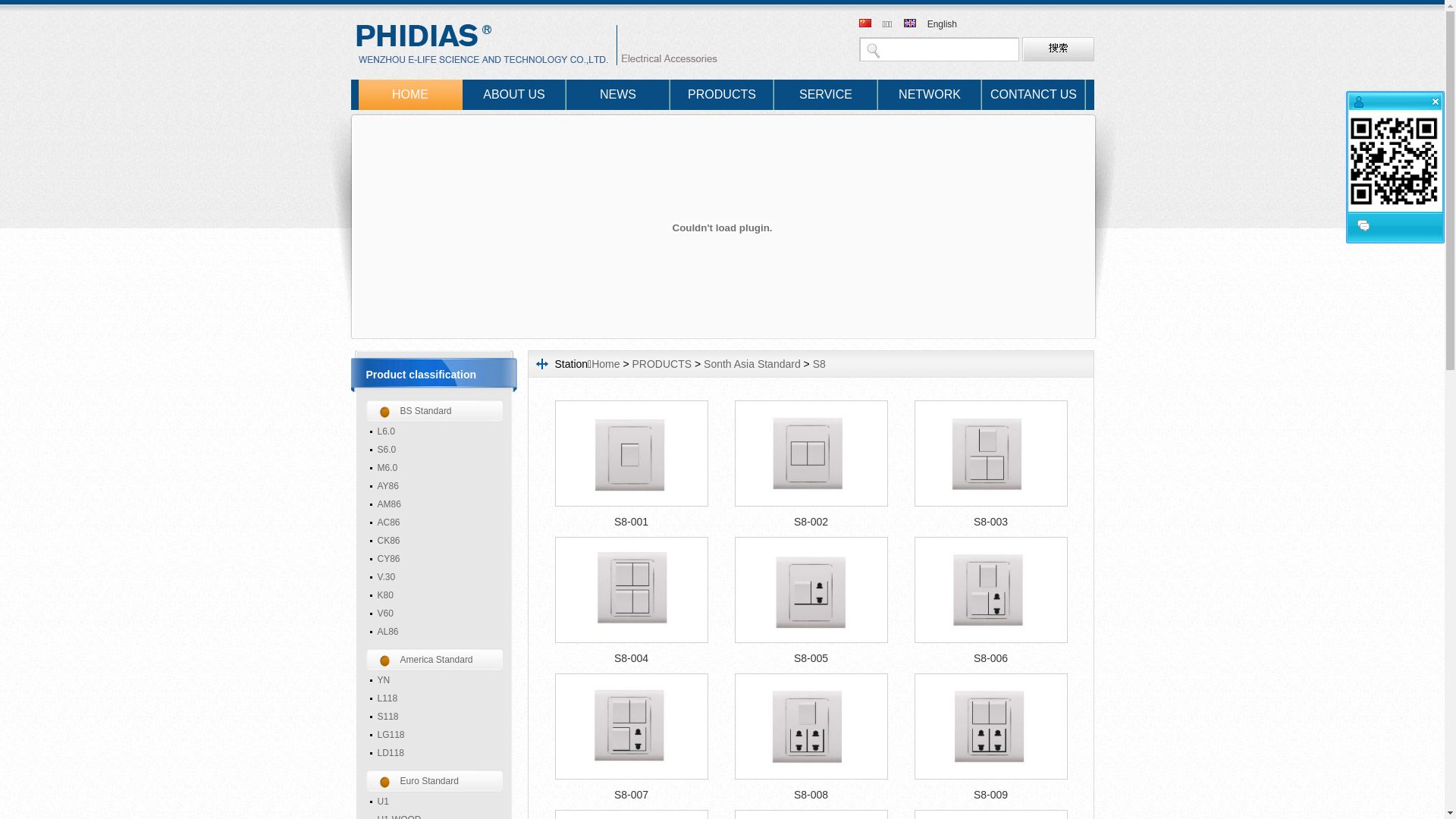 The image size is (1456, 819). I want to click on 'HOME', so click(409, 94).